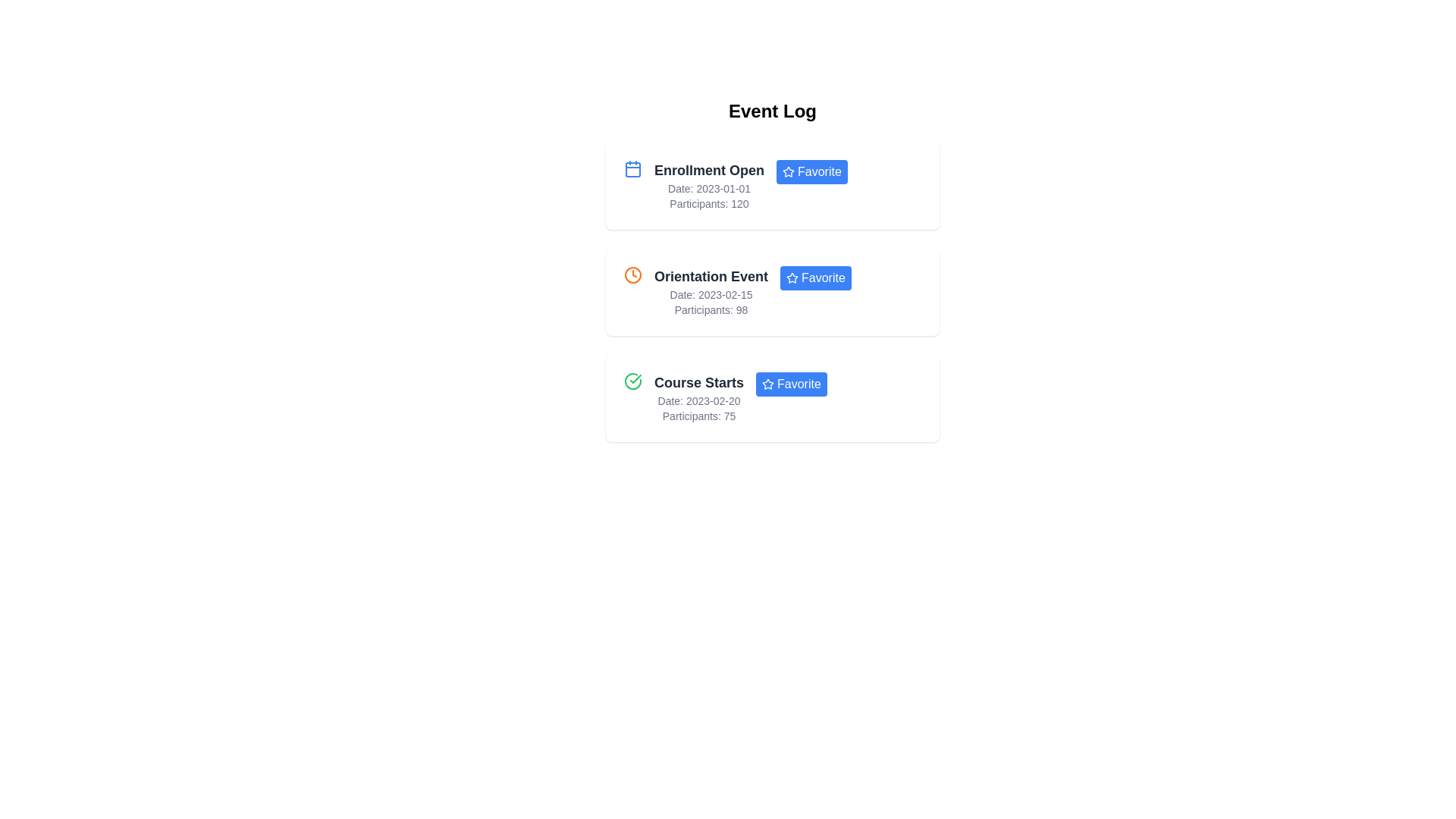 Image resolution: width=1456 pixels, height=819 pixels. I want to click on the text display that shows 'Participants: 75', located at the bottom of the 'Course Starts' block, so click(698, 416).